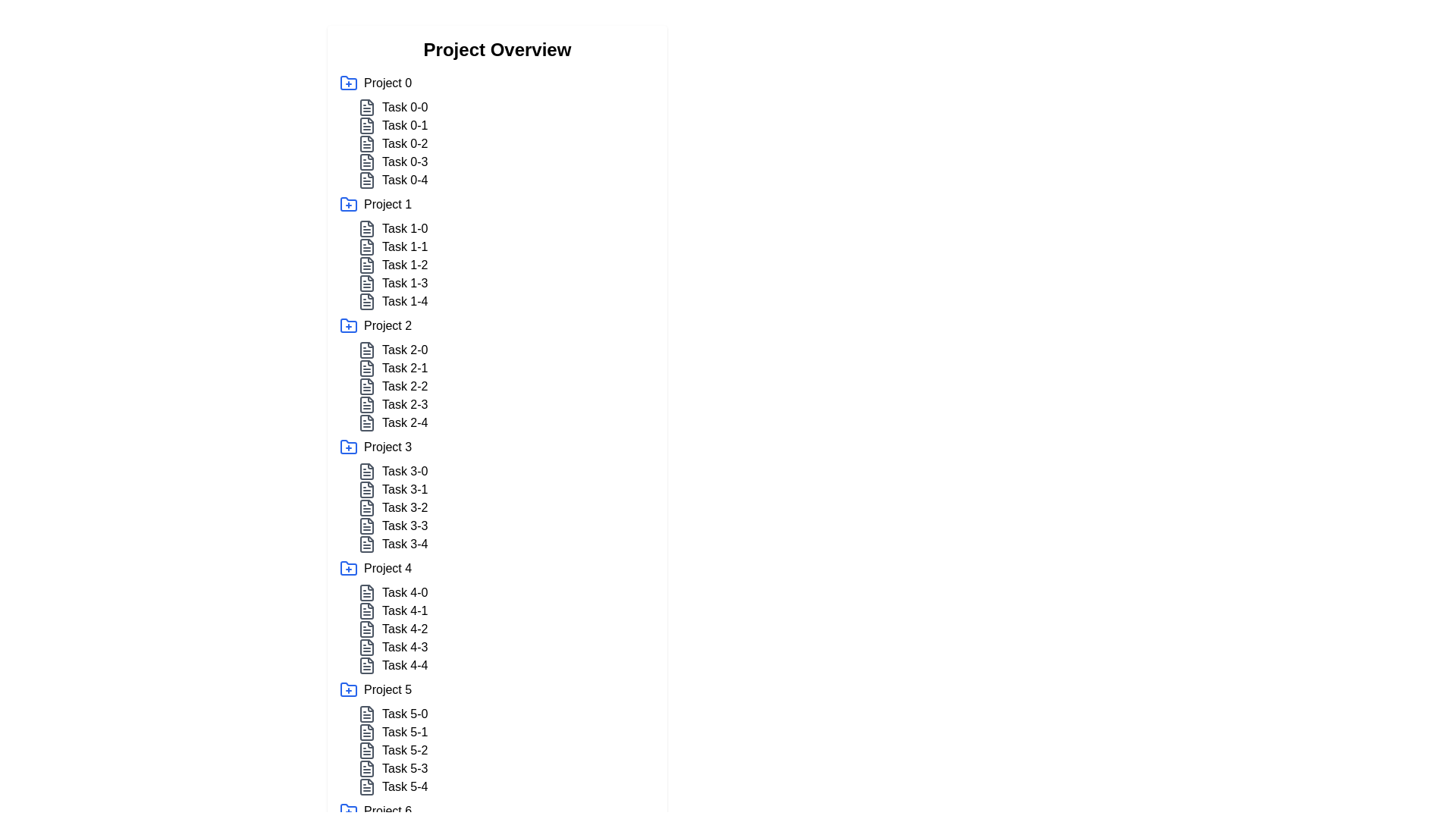  Describe the element at coordinates (367, 751) in the screenshot. I see `the SVG graphic component representing the document icon located under 'Task 5-2' in the list` at that location.